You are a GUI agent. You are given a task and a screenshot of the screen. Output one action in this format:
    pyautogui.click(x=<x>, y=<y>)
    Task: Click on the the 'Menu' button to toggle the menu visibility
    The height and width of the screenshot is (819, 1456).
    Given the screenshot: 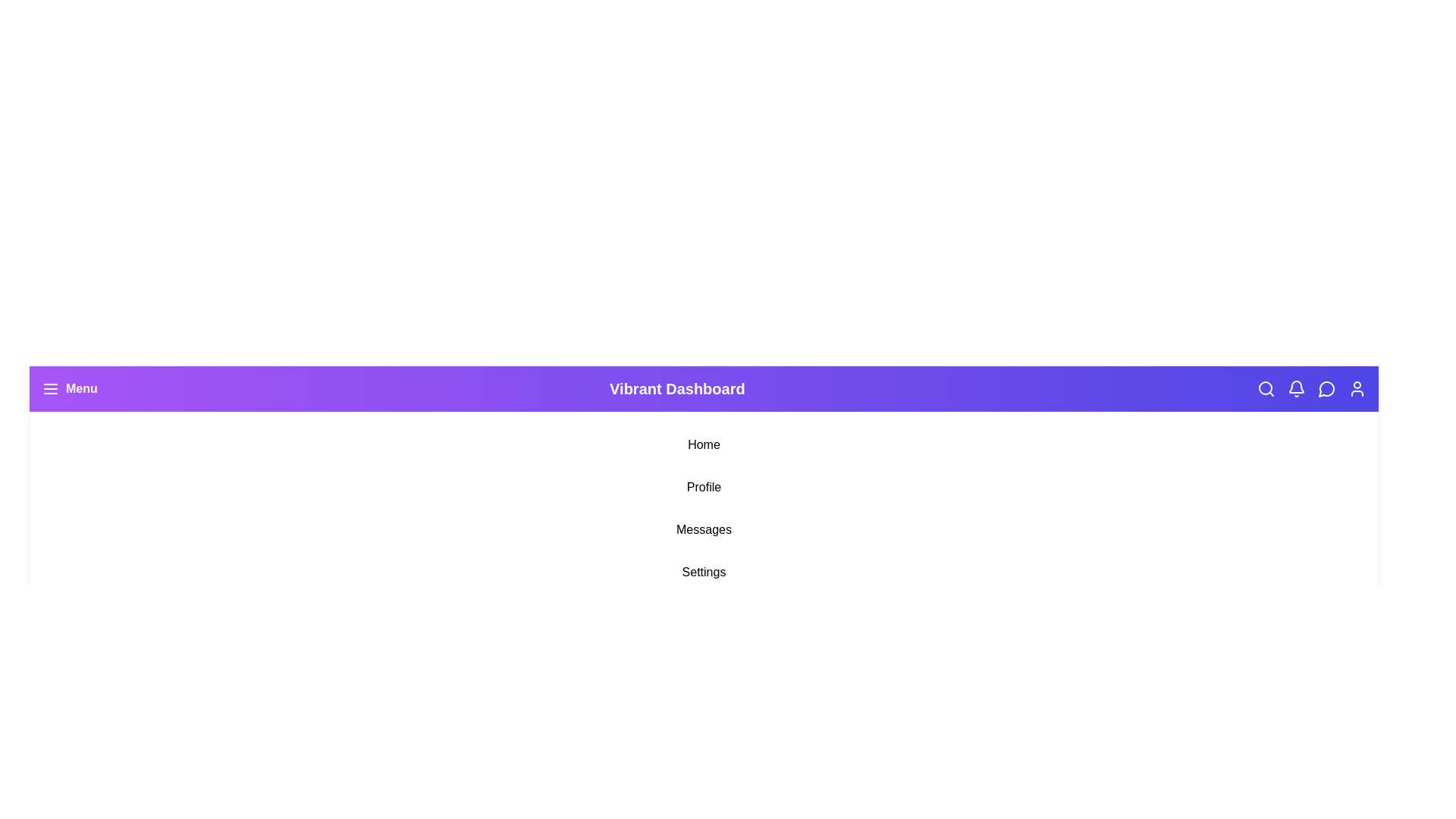 What is the action you would take?
    pyautogui.click(x=68, y=388)
    